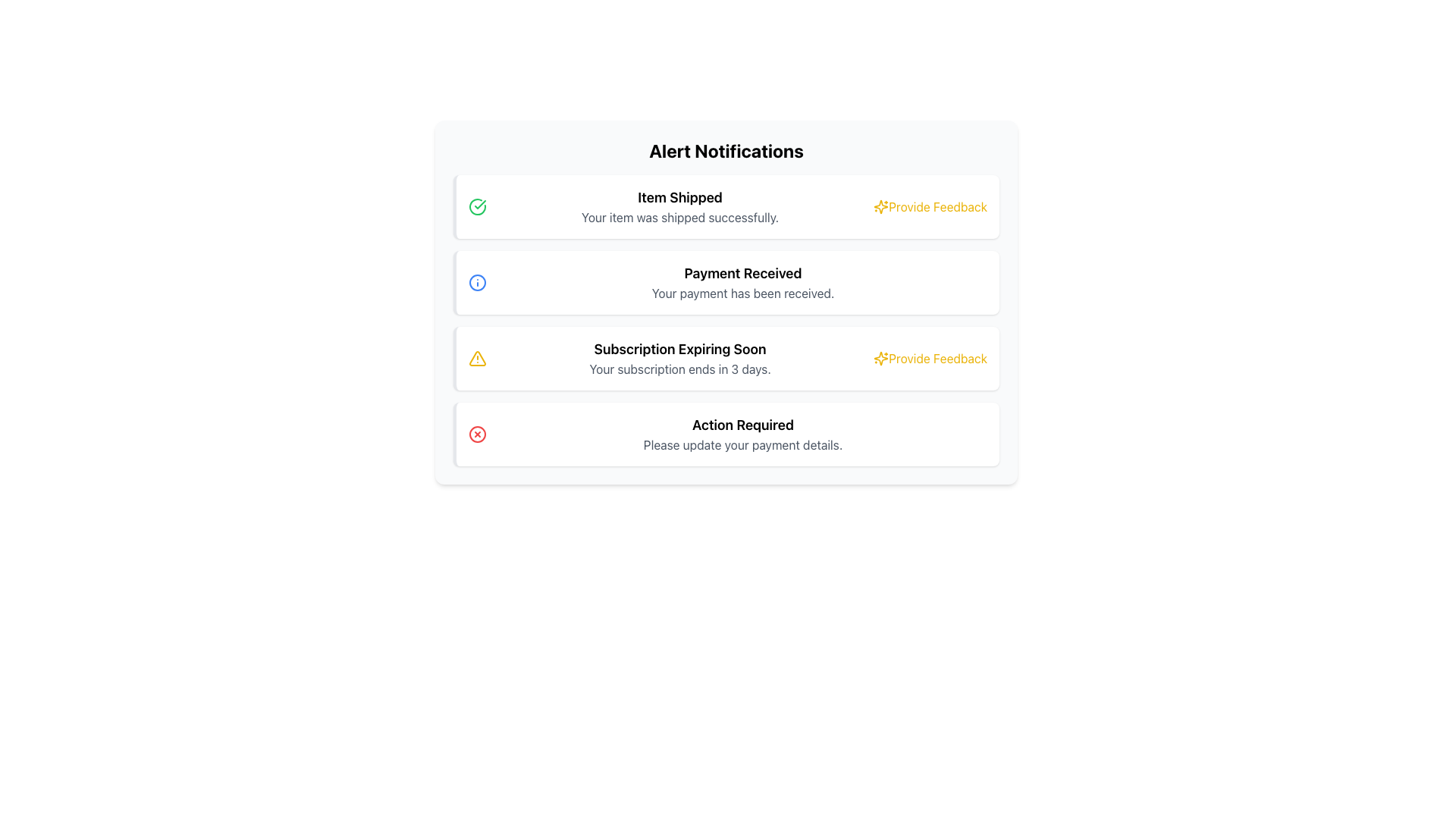 This screenshot has height=819, width=1456. What do you see at coordinates (930, 207) in the screenshot?
I see `the feedback button located at the right end of the 'Item Shipped' notification box` at bounding box center [930, 207].